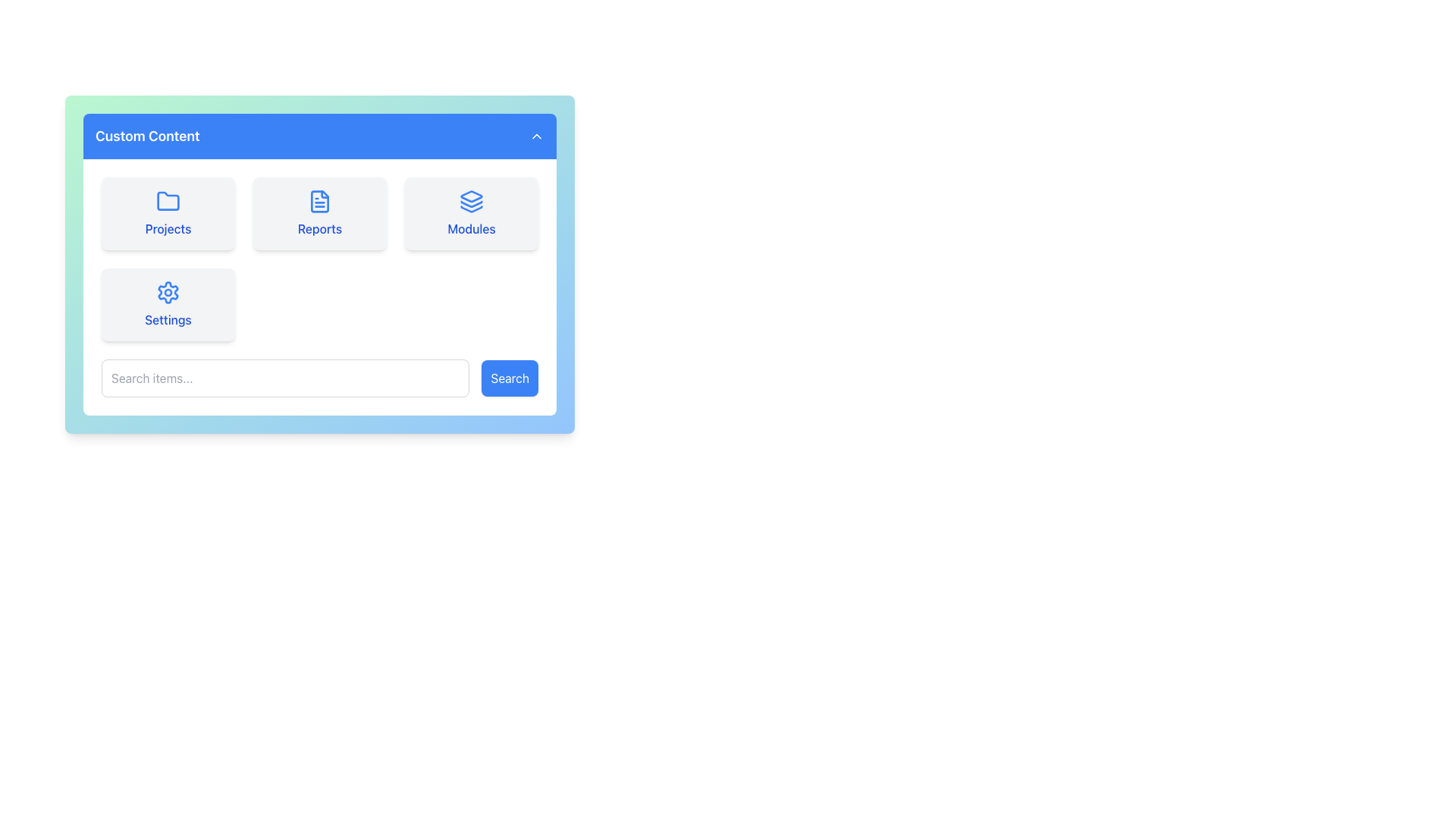 Image resolution: width=1456 pixels, height=819 pixels. Describe the element at coordinates (471, 228) in the screenshot. I see `the Text Label that identifies the purpose of the blue stack-like icon above it in the 'Custom Content' panel` at that location.